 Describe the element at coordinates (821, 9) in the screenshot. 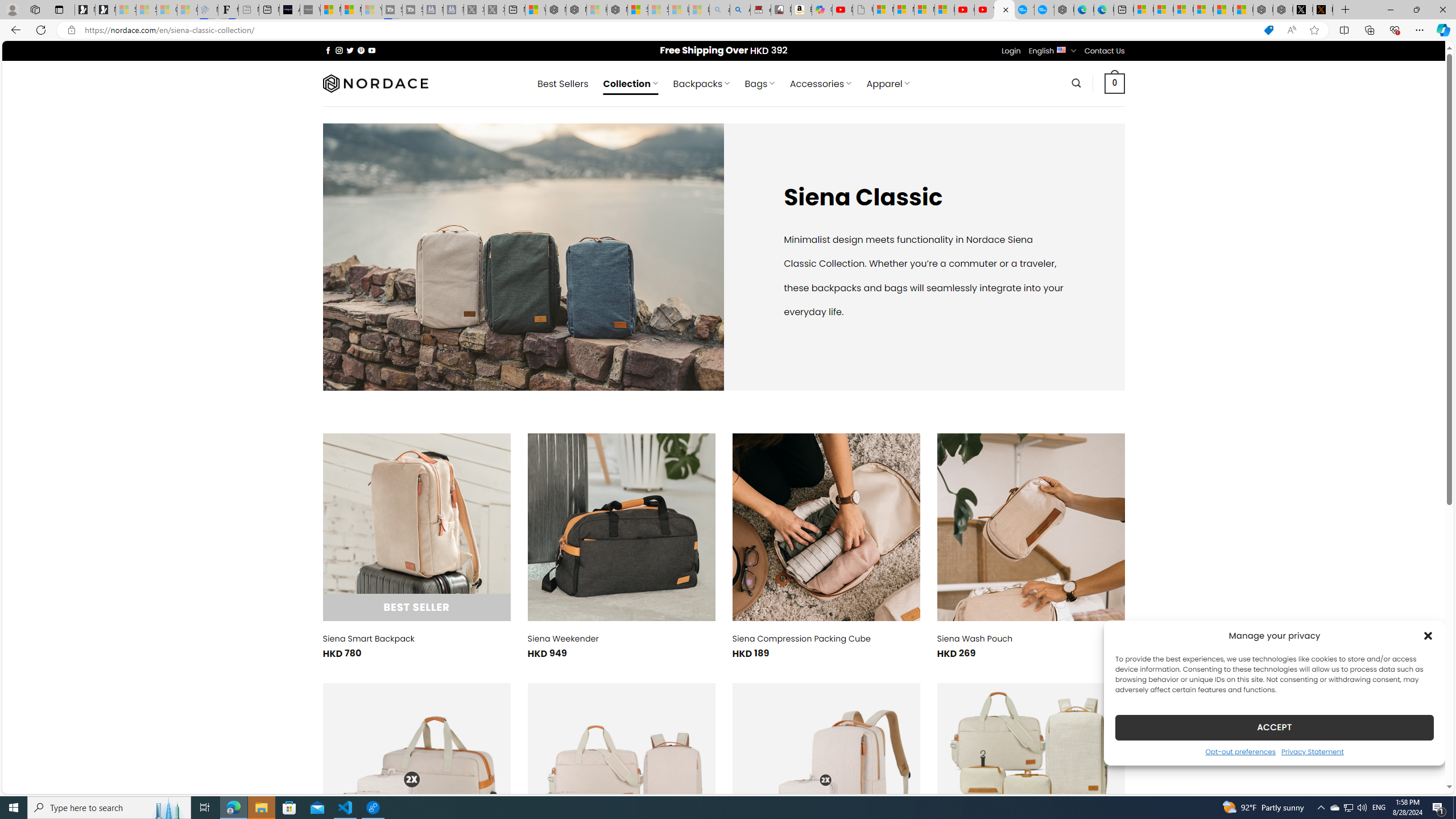

I see `'Copilot'` at that location.